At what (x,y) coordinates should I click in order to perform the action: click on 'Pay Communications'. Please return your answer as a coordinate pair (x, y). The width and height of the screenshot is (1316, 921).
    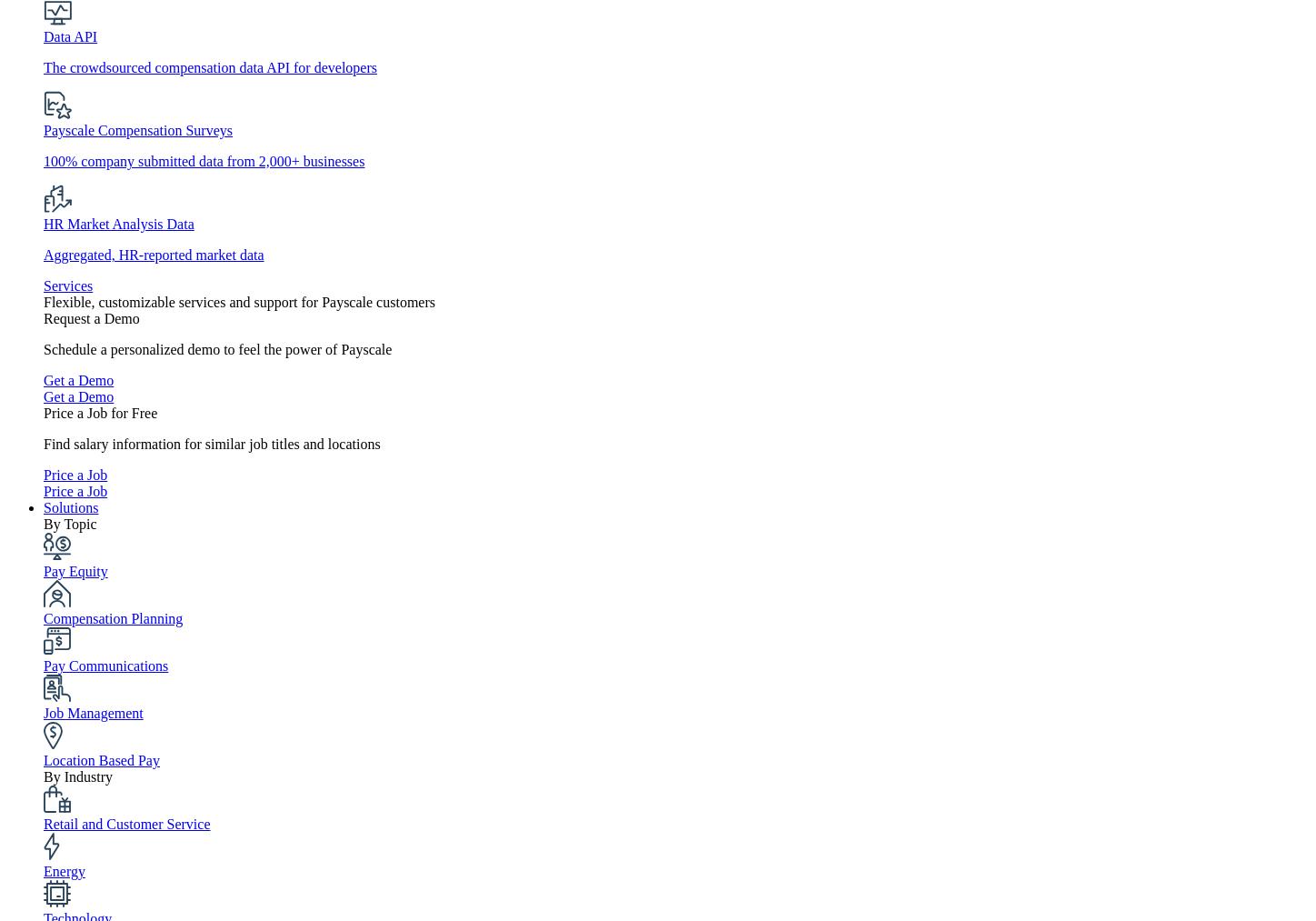
    Looking at the image, I should click on (105, 666).